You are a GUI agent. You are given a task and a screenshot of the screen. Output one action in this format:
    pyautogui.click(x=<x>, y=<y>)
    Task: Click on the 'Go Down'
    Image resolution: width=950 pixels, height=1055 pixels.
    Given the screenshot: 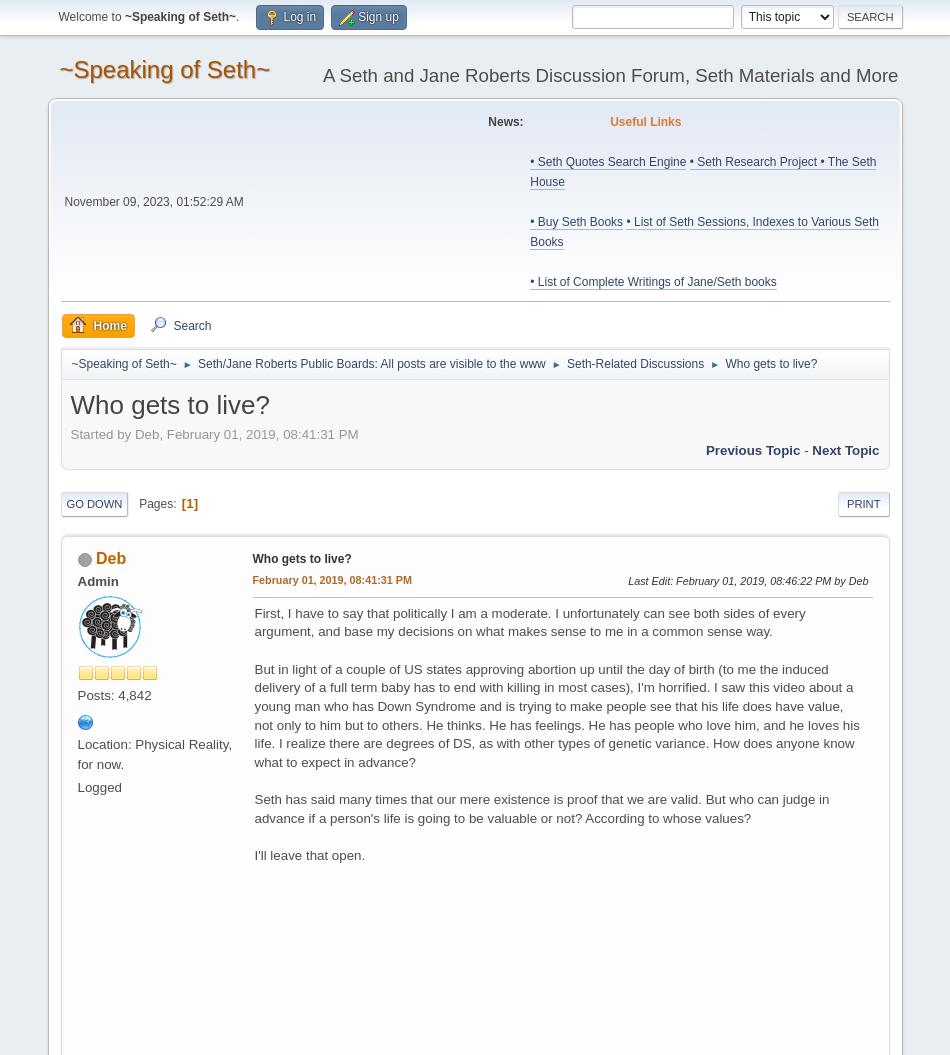 What is the action you would take?
    pyautogui.click(x=93, y=503)
    